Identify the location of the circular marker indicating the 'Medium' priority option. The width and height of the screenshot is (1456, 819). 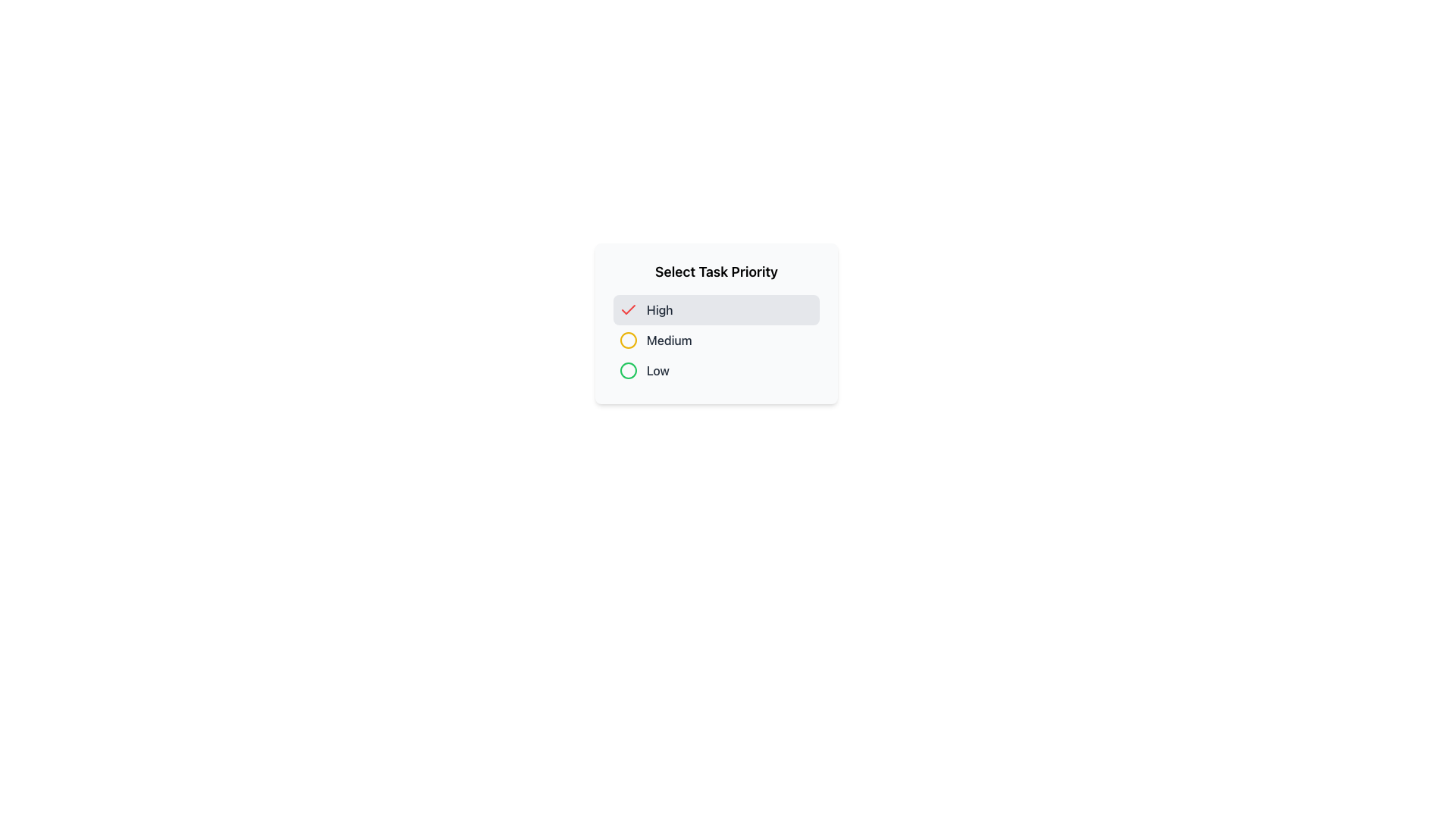
(629, 339).